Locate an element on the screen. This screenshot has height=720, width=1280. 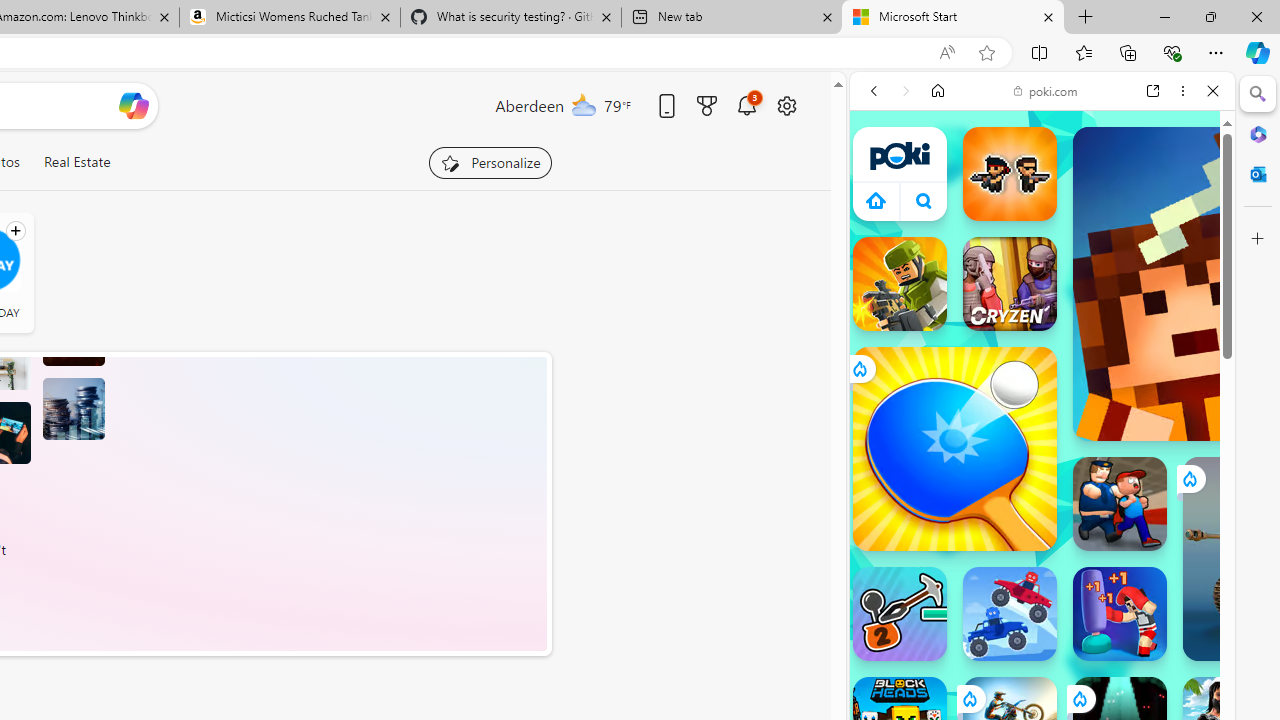
'Shooting Games' is located at coordinates (1041, 518).